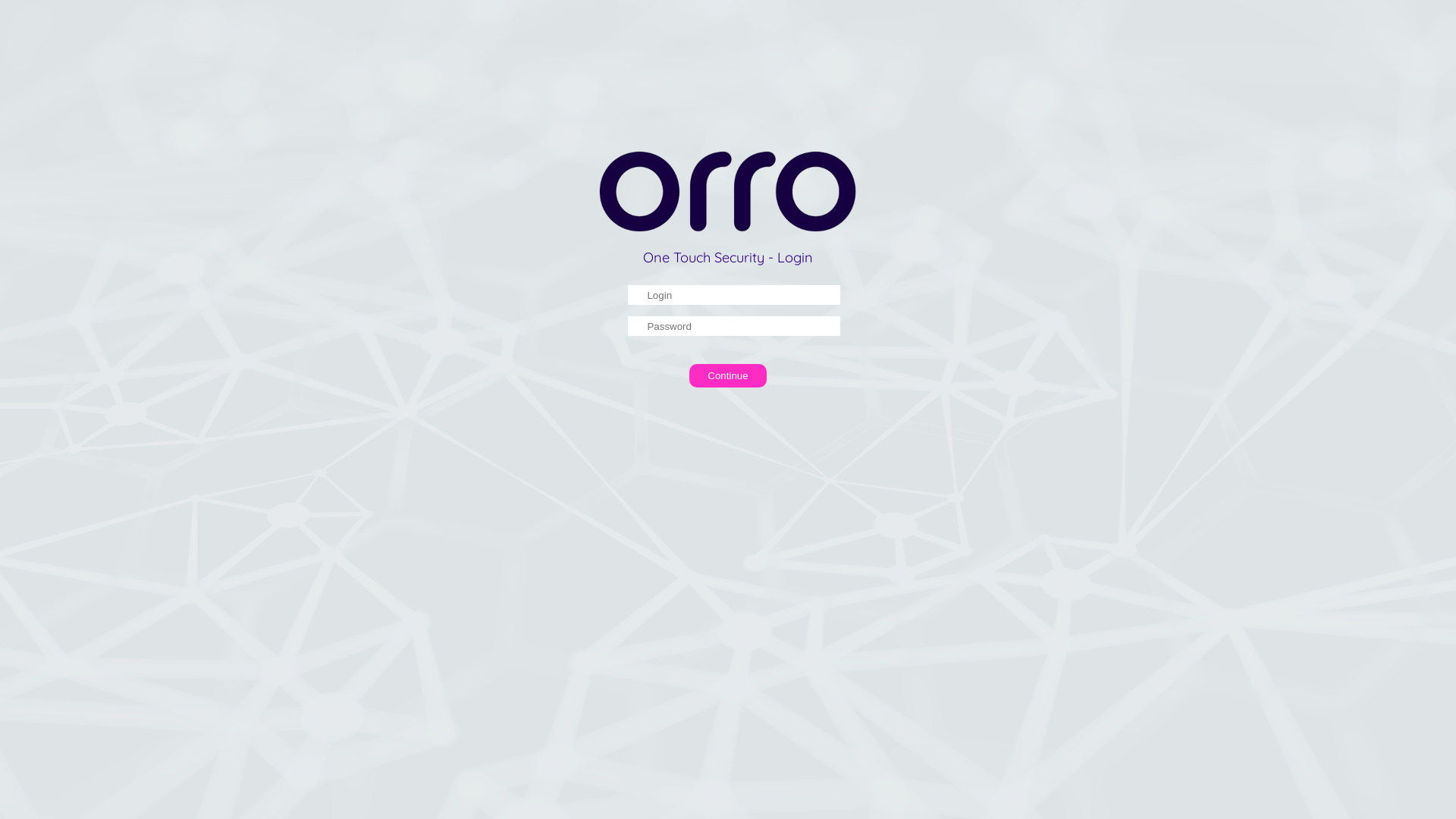  Describe the element at coordinates (728, 375) in the screenshot. I see `'Continue'` at that location.